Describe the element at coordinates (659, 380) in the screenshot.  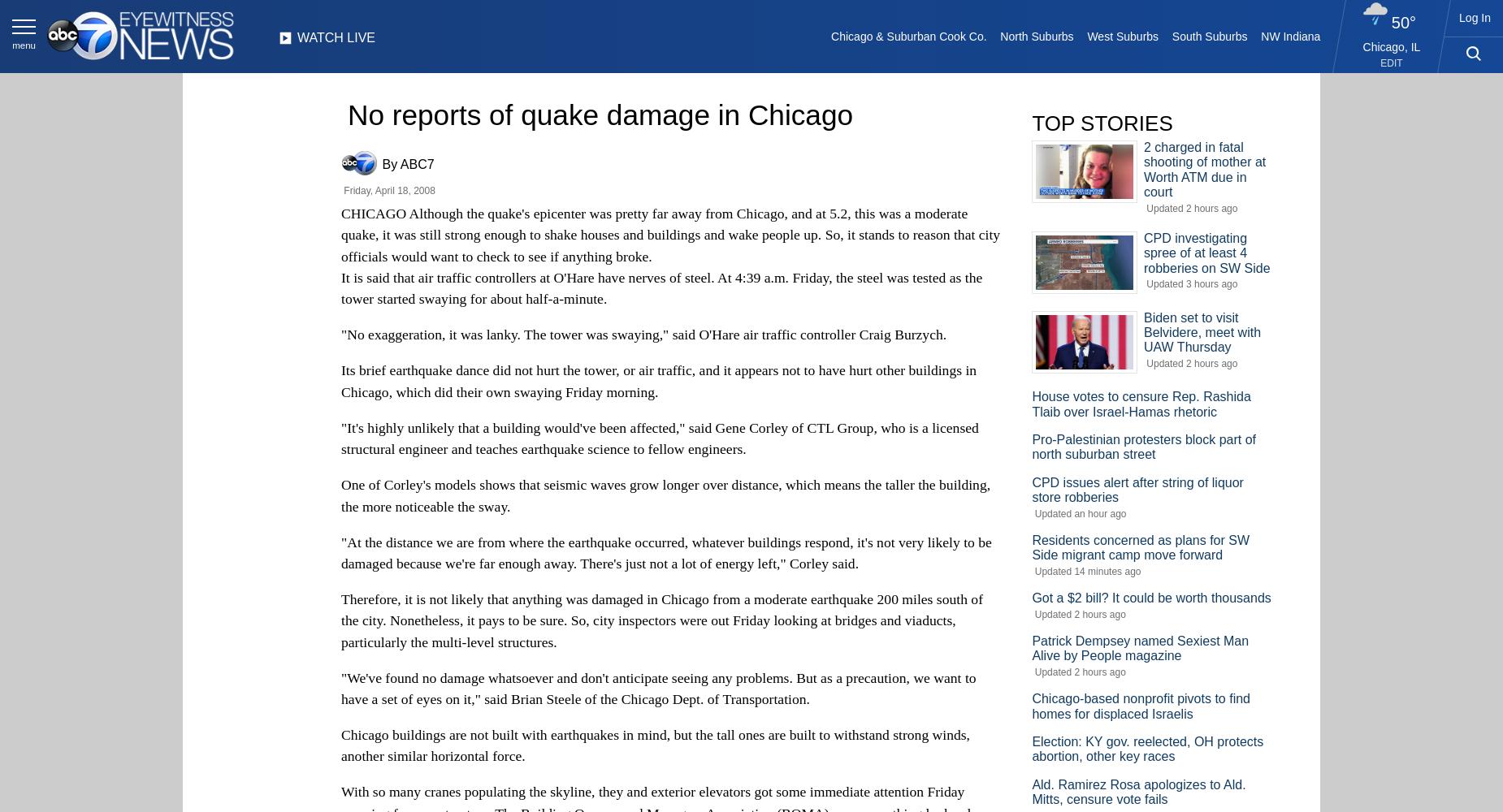
I see `'Its brief earthquake dance did not hurt the tower, or air traffic, and it appears not to have hurt other buildings in Chicago, which did their own swaying Friday morning.'` at that location.